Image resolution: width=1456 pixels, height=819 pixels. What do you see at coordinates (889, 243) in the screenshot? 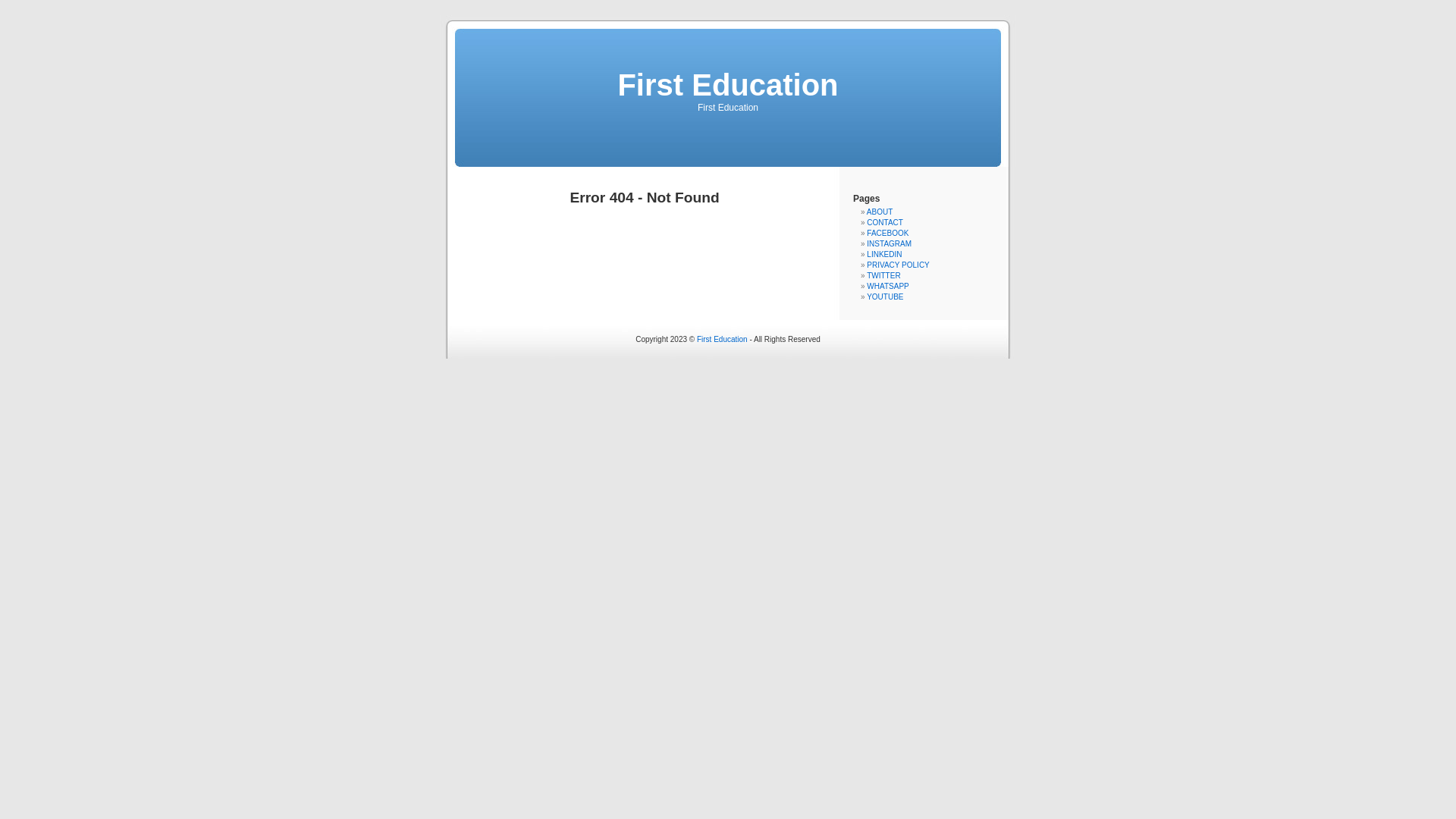
I see `'INSTAGRAM'` at bounding box center [889, 243].